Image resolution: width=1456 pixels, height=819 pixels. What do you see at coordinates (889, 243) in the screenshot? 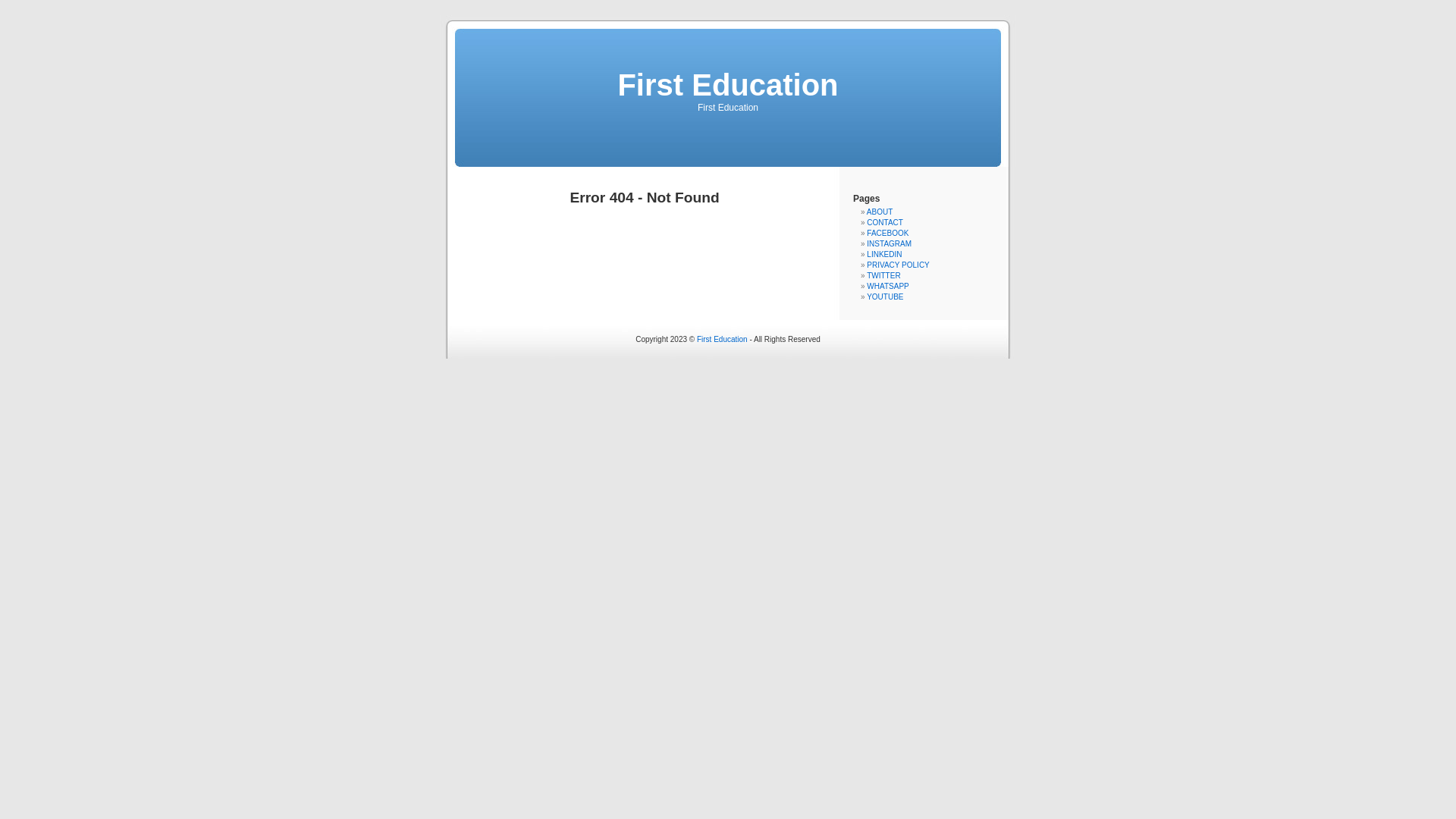
I see `'INSTAGRAM'` at bounding box center [889, 243].